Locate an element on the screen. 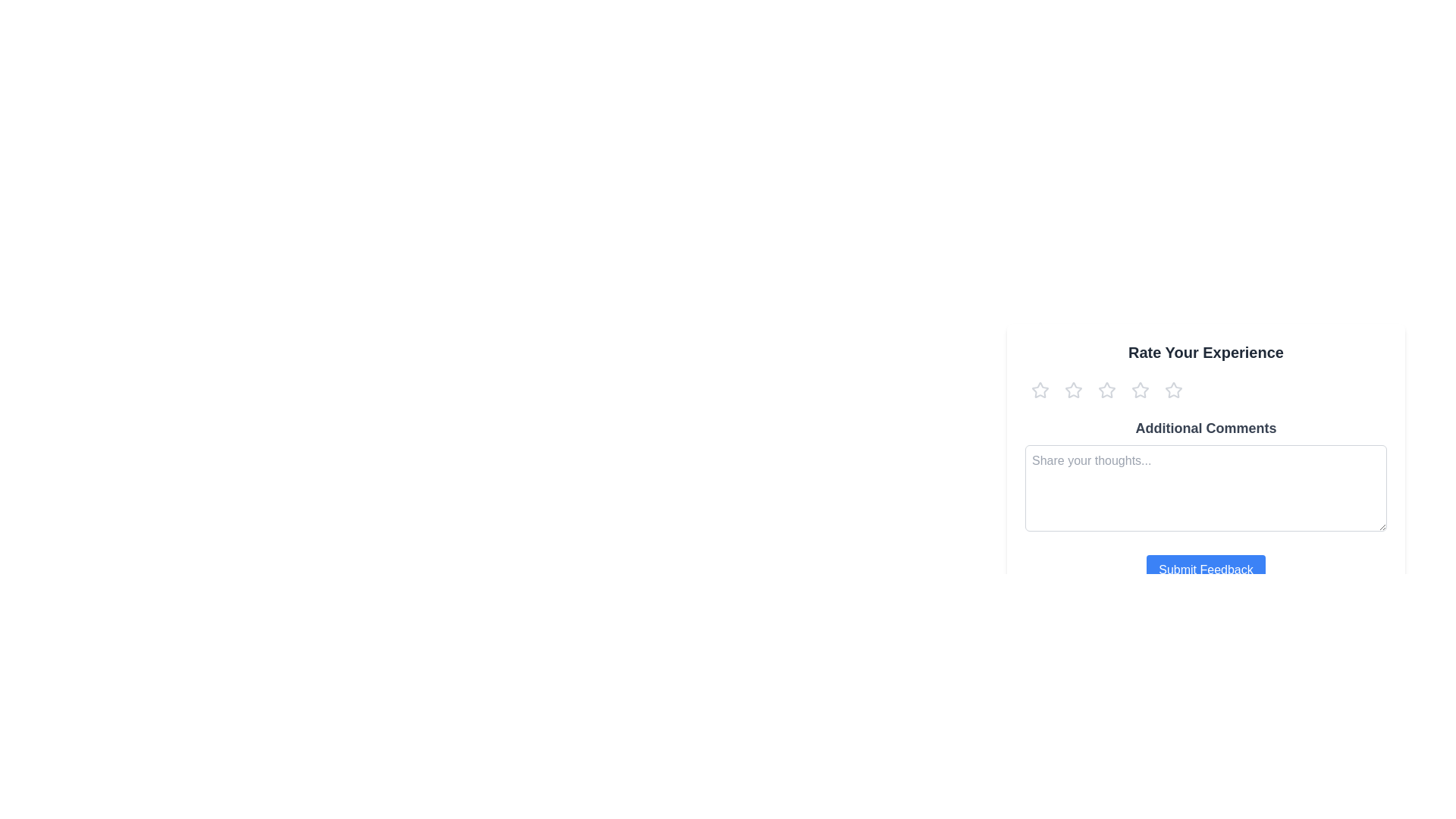 Image resolution: width=1456 pixels, height=819 pixels. the second star icon in the Interactive Star Rating system is located at coordinates (1106, 390).